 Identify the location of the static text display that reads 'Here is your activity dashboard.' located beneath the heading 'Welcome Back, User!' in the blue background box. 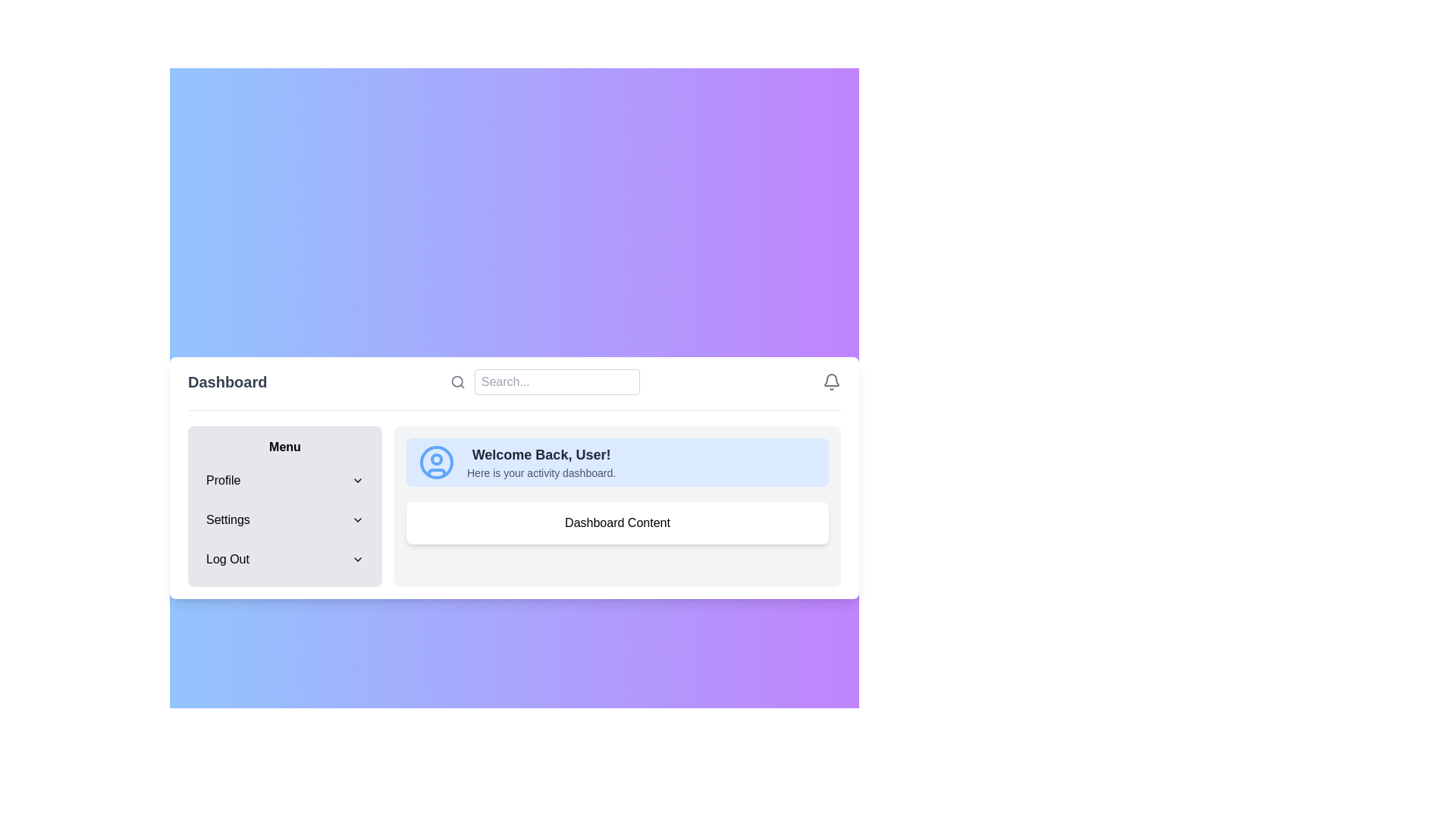
(541, 472).